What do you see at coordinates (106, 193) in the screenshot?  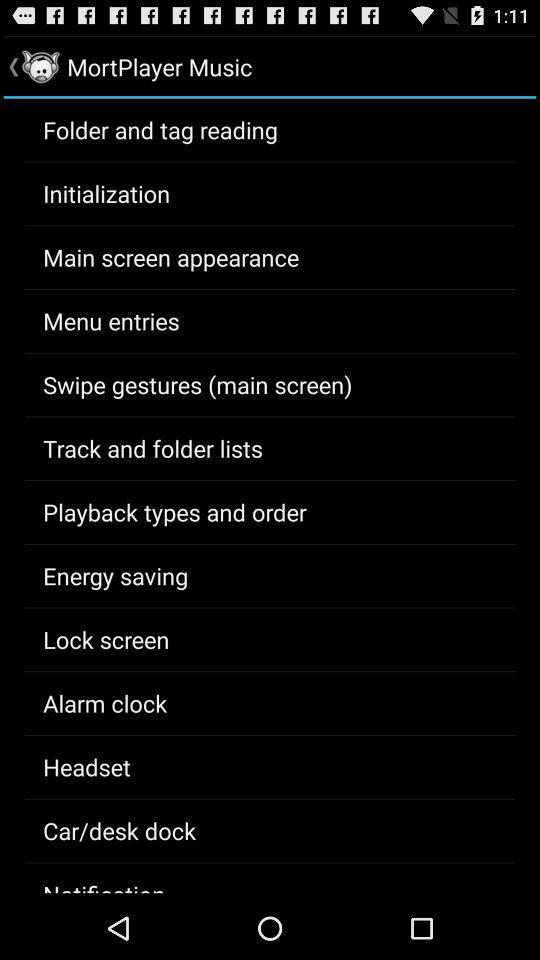 I see `item below the folder and tag app` at bounding box center [106, 193].